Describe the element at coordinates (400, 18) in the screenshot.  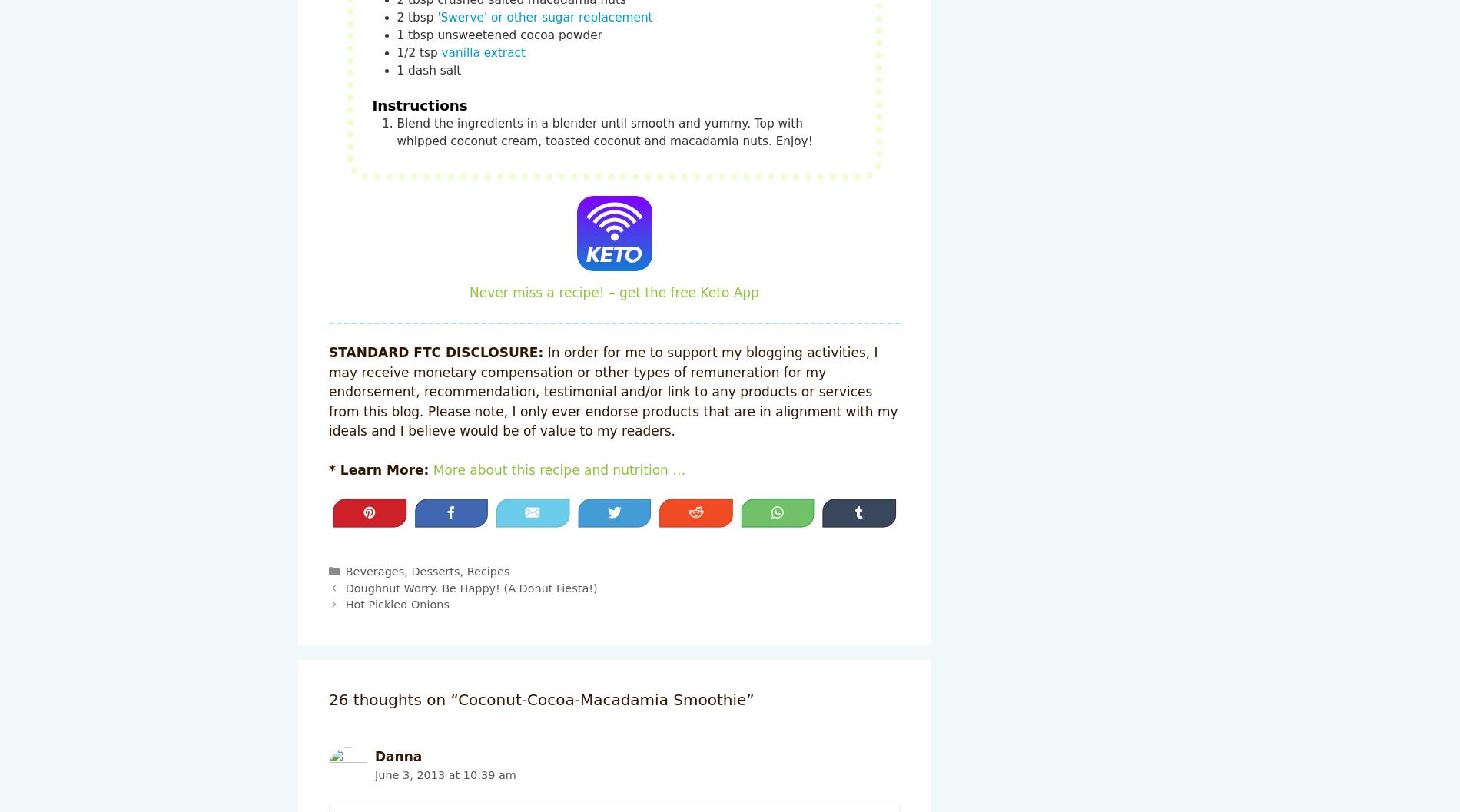
I see `'2'` at that location.